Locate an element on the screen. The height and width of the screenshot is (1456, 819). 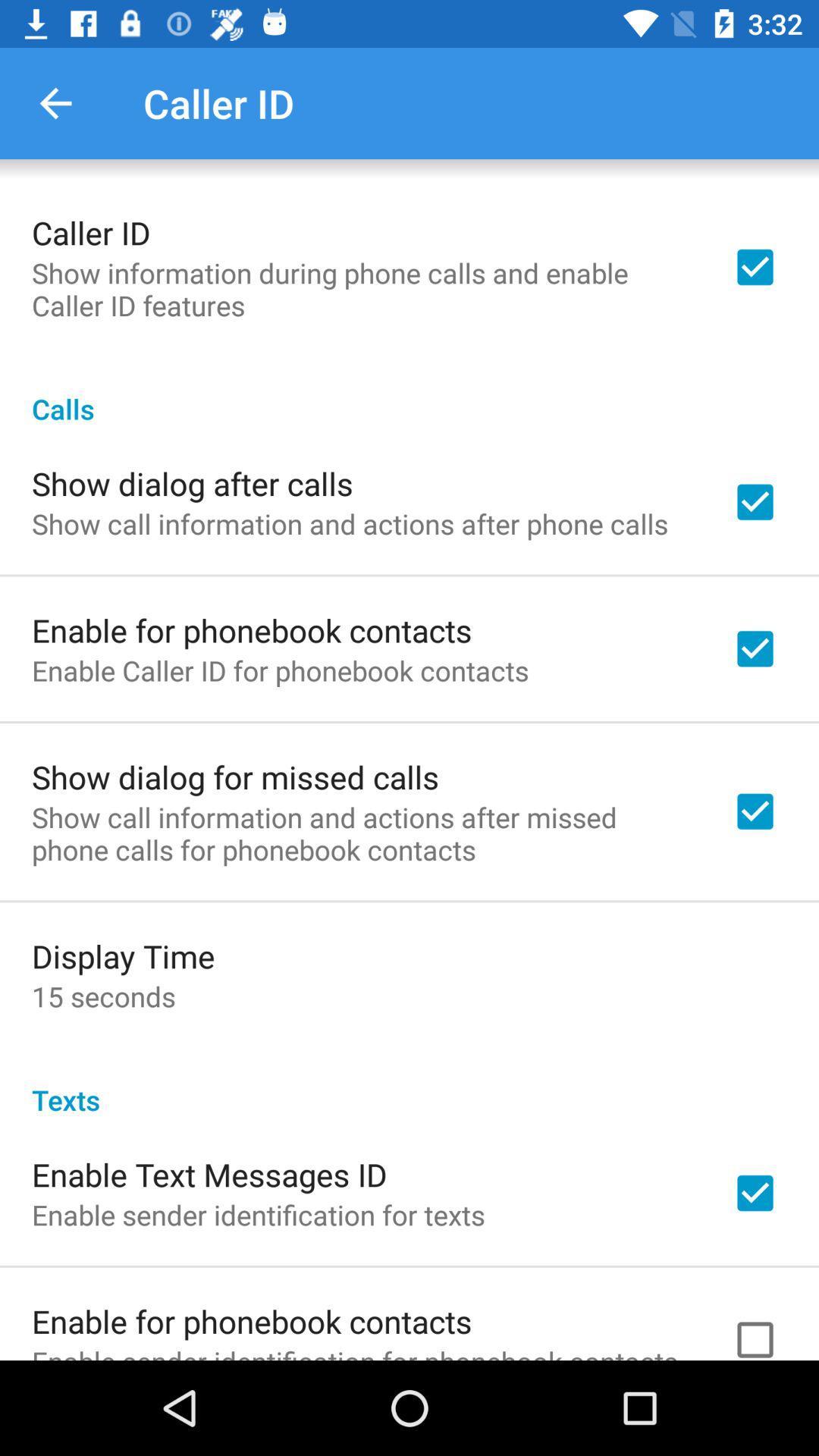
the item below the display time is located at coordinates (102, 996).